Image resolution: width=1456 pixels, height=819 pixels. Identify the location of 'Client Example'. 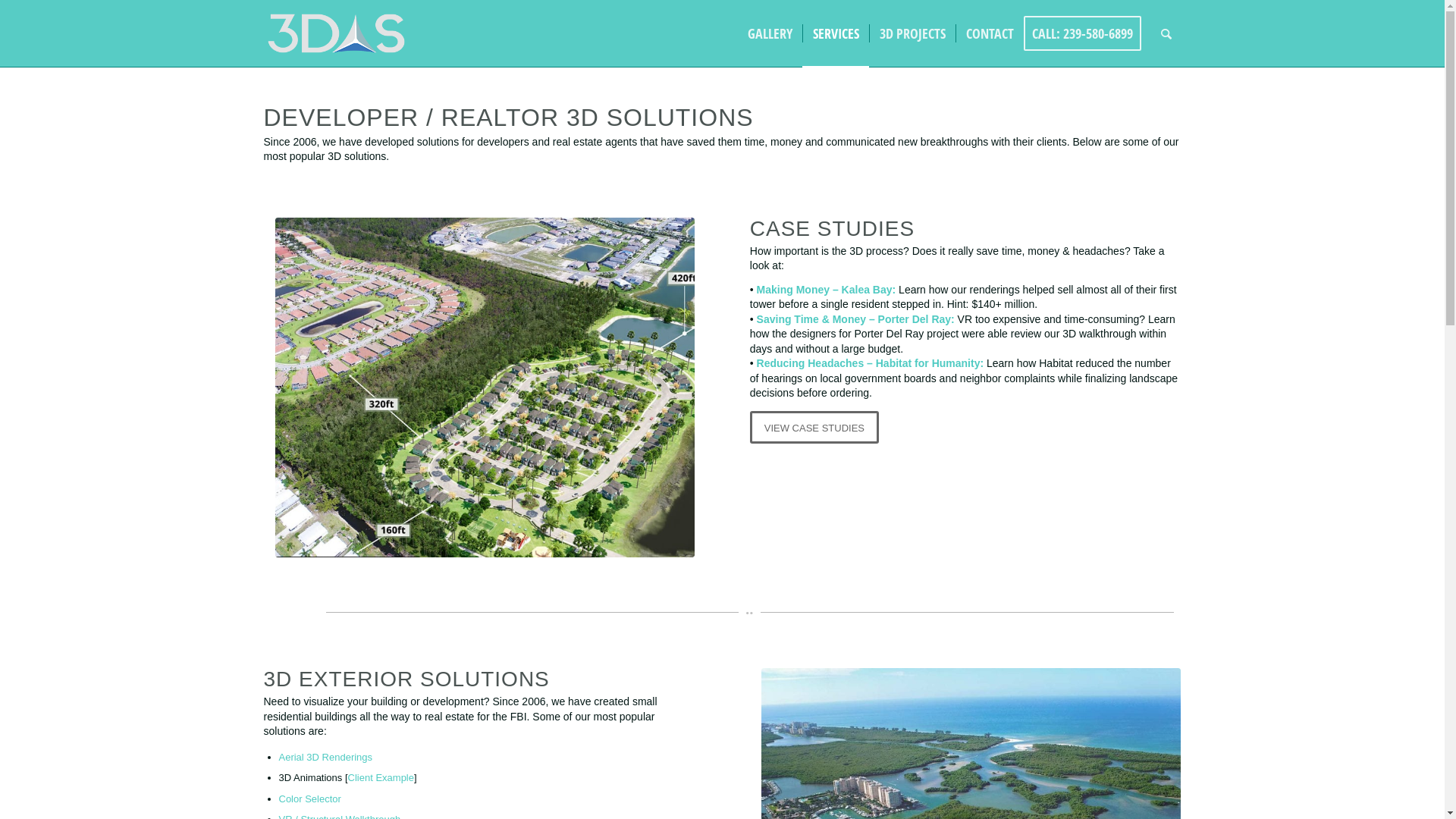
(347, 777).